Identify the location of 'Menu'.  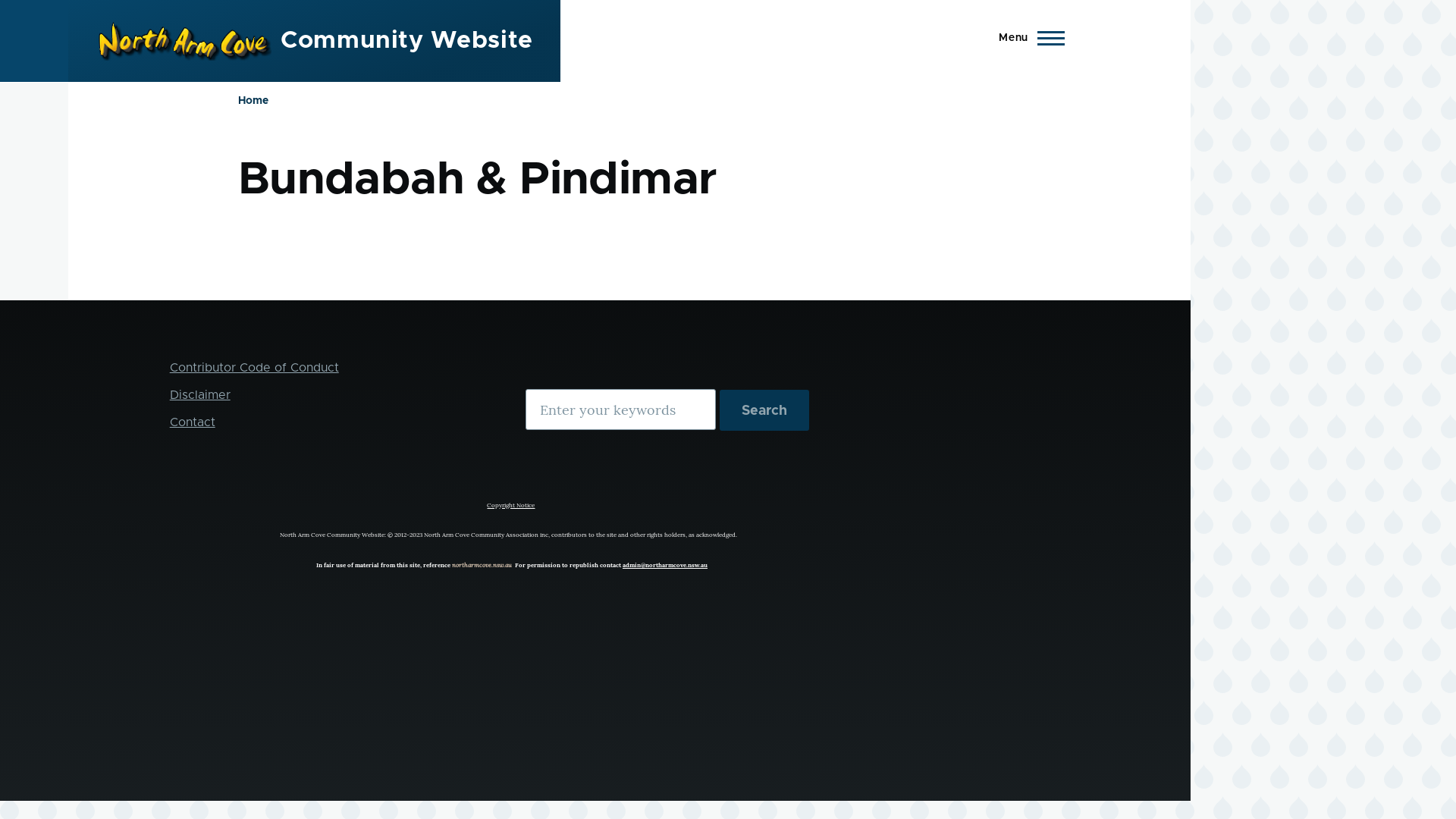
(1027, 37).